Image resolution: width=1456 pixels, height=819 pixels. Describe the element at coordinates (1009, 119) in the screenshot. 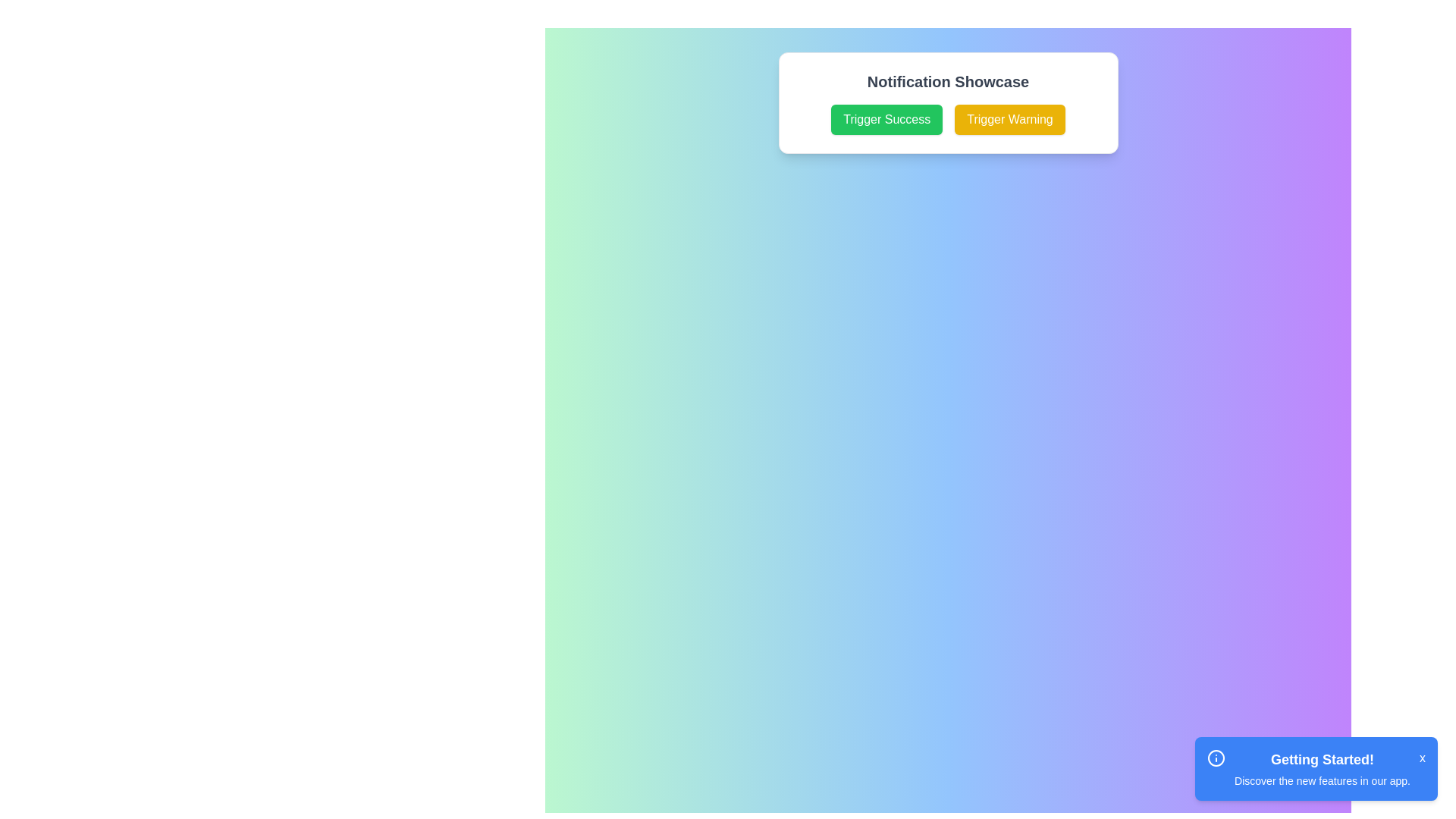

I see `the 'Trigger Warning' button, which is a rectangular button with a yellow background and white text located in the bottom right of the white notification box` at that location.